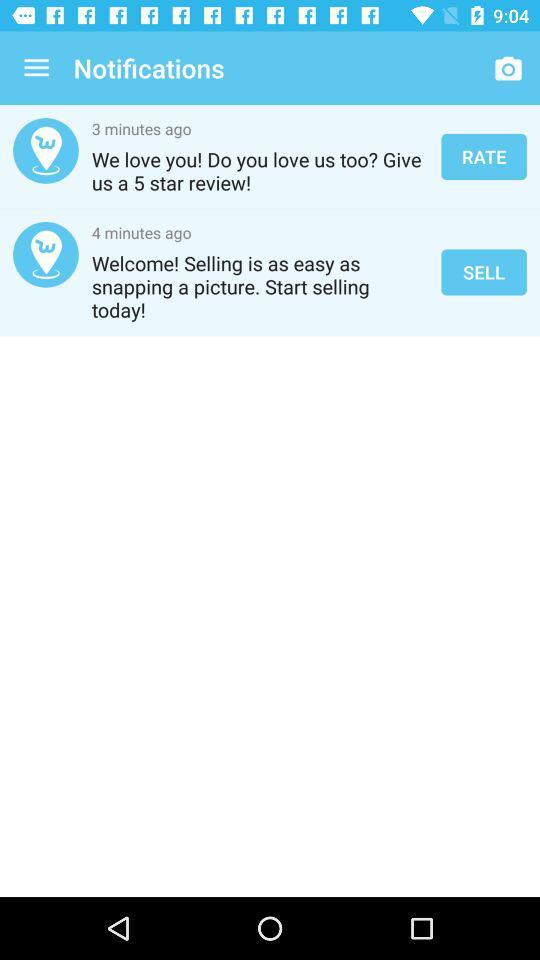 This screenshot has width=540, height=960. I want to click on icon to the left of rate, so click(260, 170).